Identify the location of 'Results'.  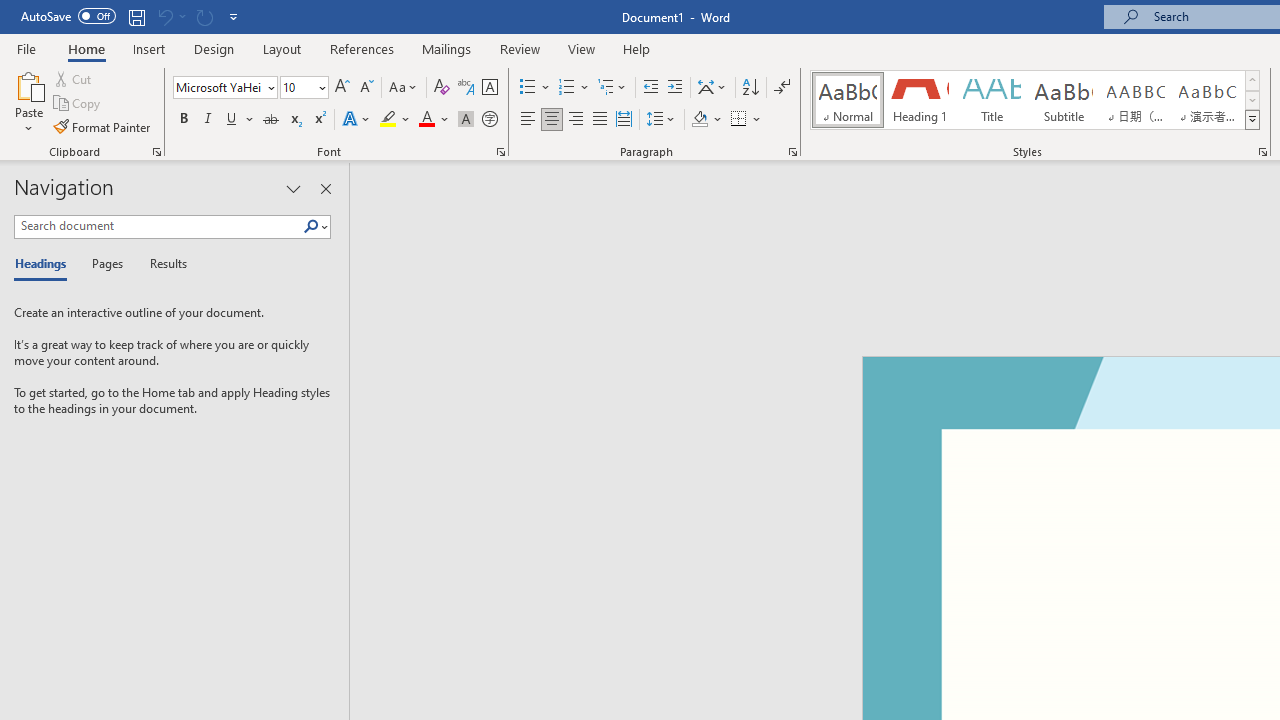
(161, 264).